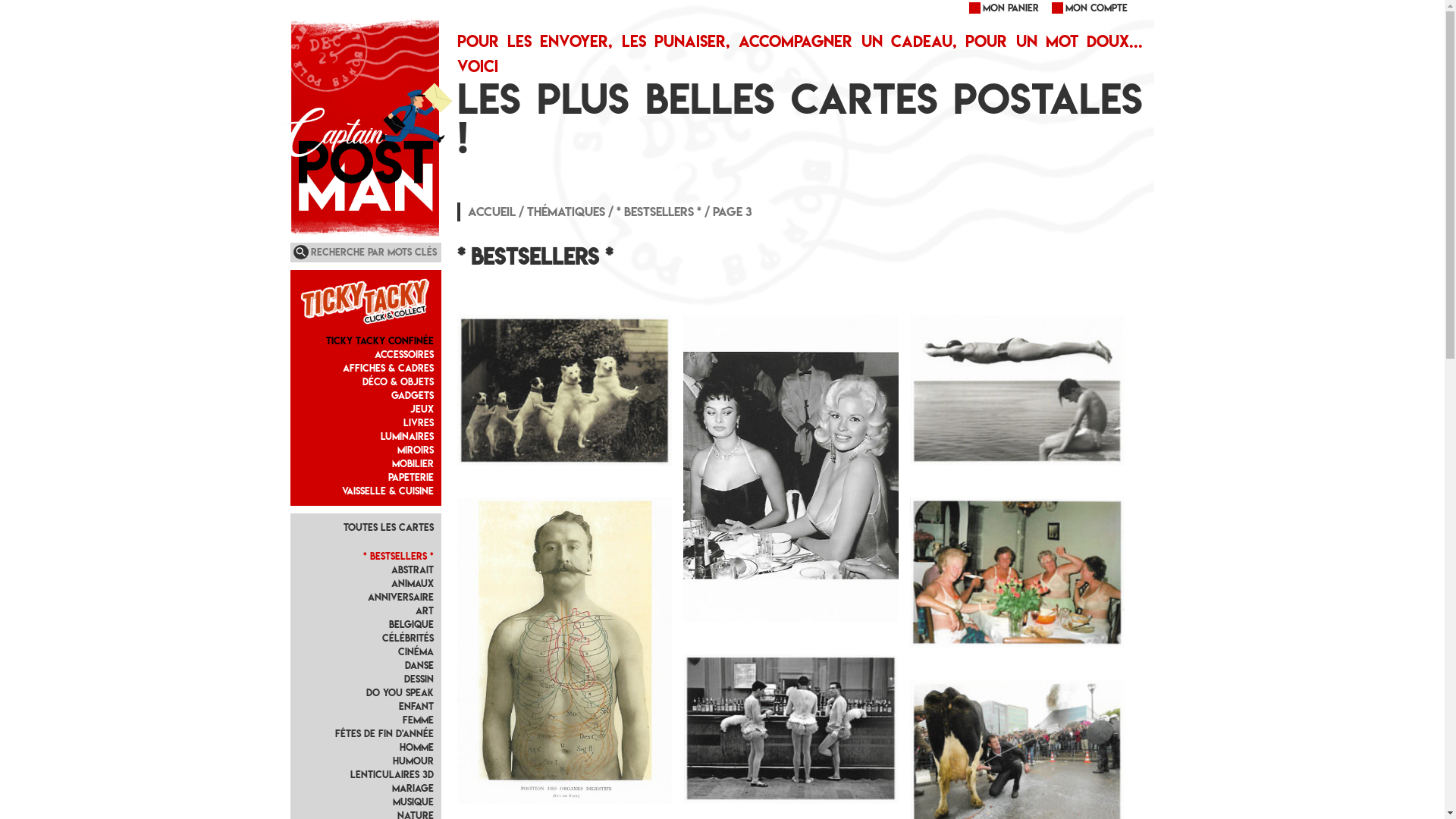 Image resolution: width=1456 pixels, height=819 pixels. Describe the element at coordinates (400, 596) in the screenshot. I see `'Anniversaire'` at that location.